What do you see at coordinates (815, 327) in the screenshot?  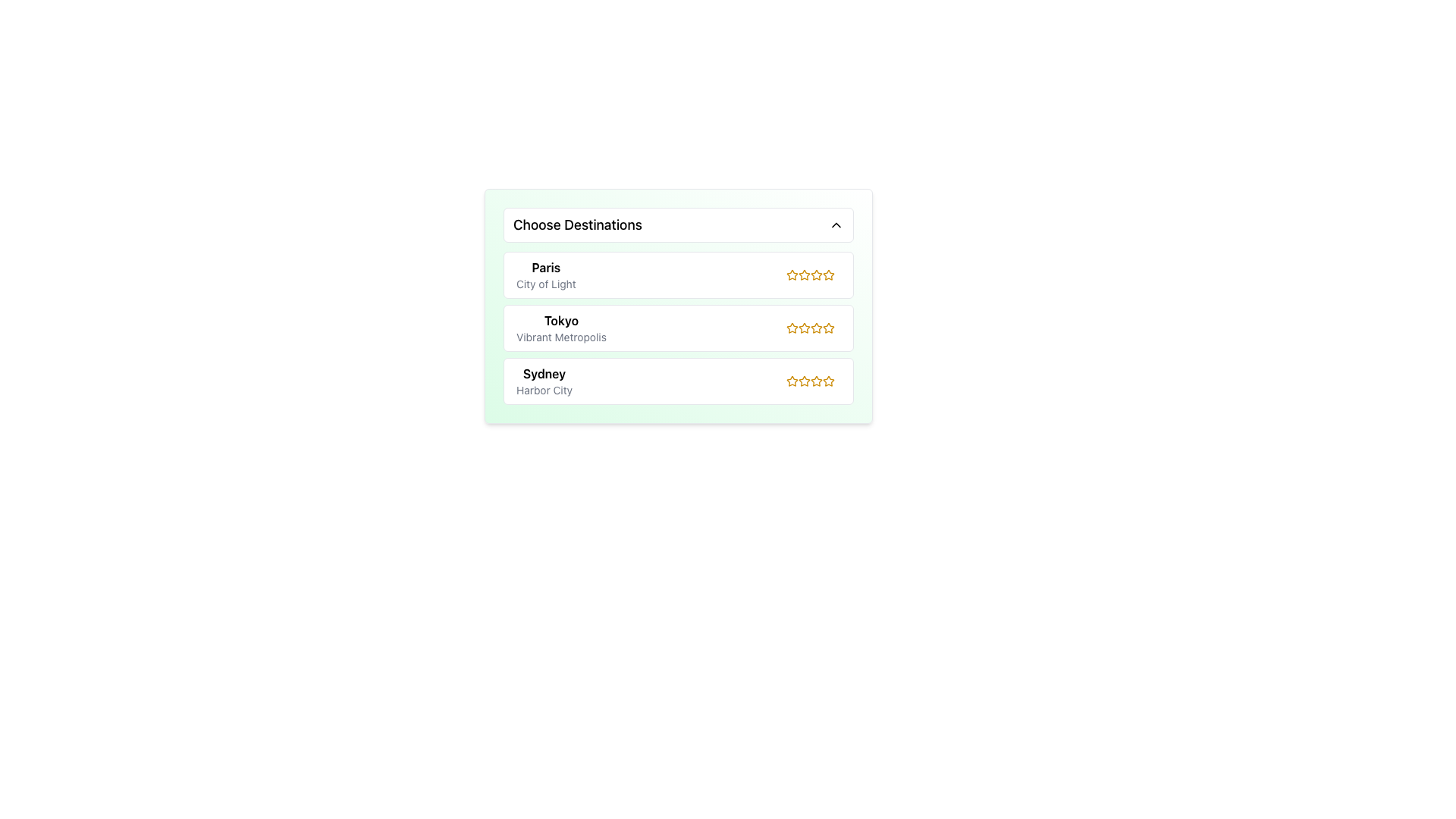 I see `the fourth star icon in the 5-star rating row next to the text 'Tokyo'` at bounding box center [815, 327].